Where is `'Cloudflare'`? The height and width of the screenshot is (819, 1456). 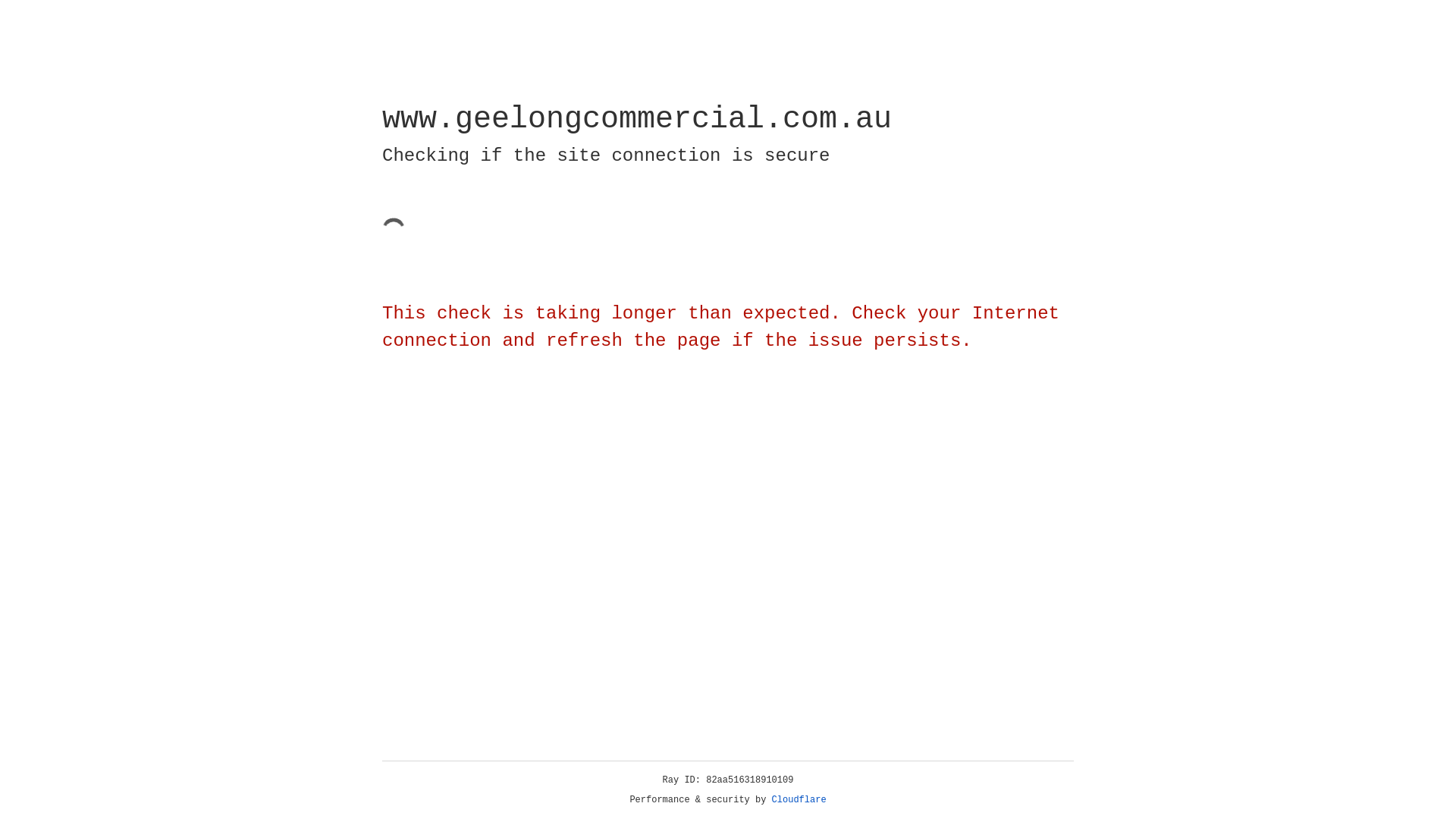 'Cloudflare' is located at coordinates (799, 799).